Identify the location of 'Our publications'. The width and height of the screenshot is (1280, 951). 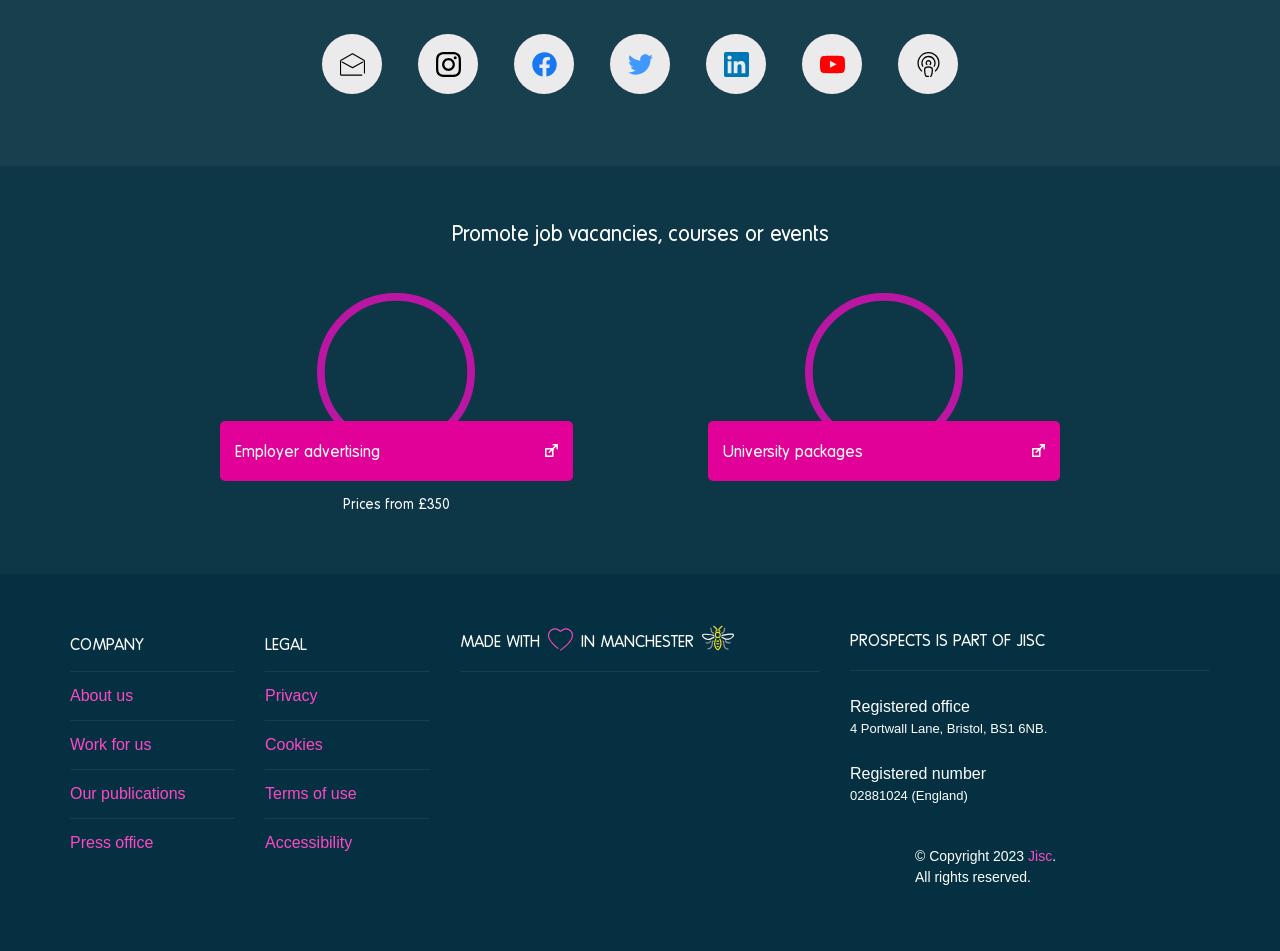
(126, 791).